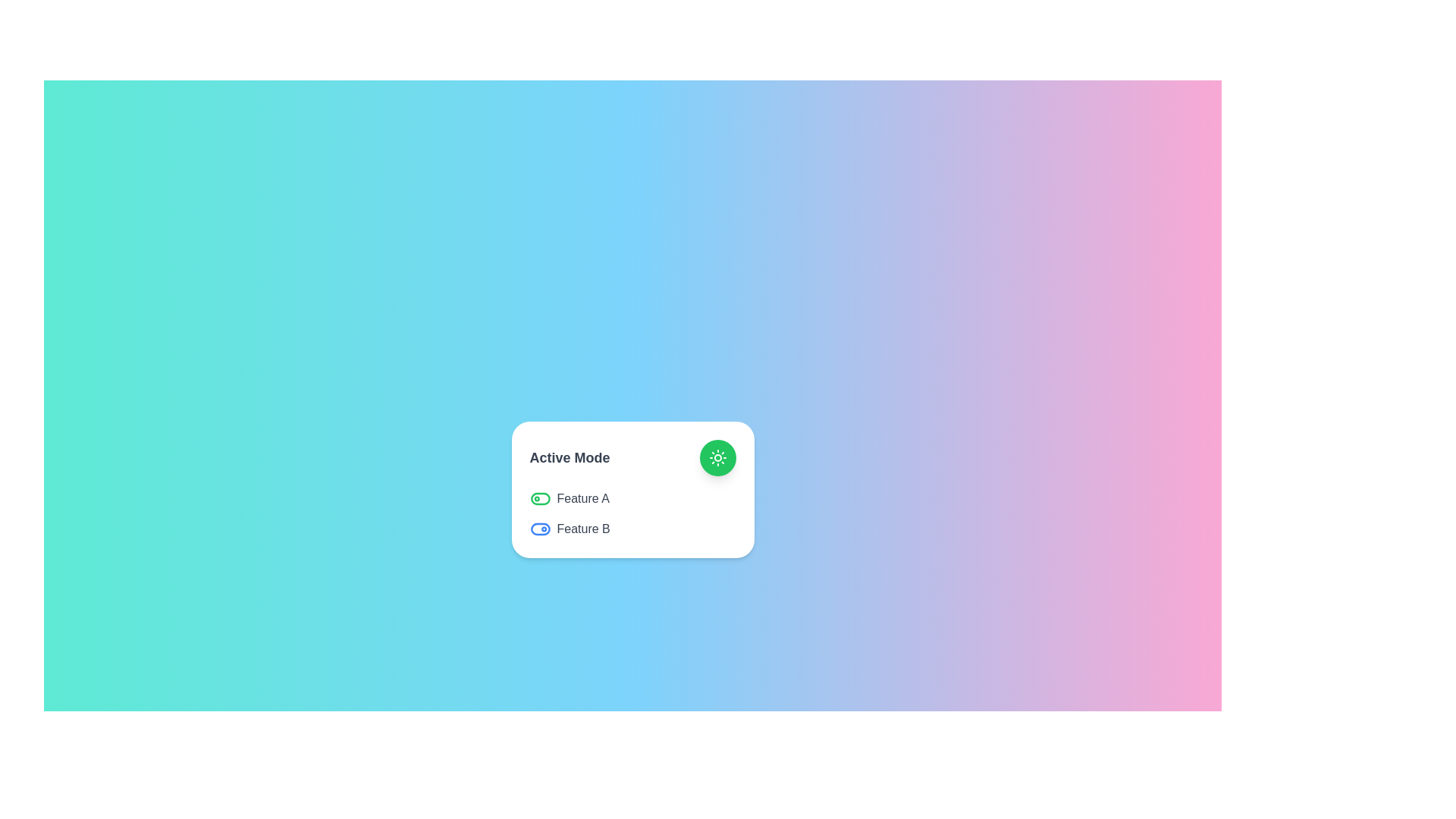 The height and width of the screenshot is (819, 1456). Describe the element at coordinates (717, 457) in the screenshot. I see `the toggle switch button located in the top-right corner of the 'Active Mode' card` at that location.